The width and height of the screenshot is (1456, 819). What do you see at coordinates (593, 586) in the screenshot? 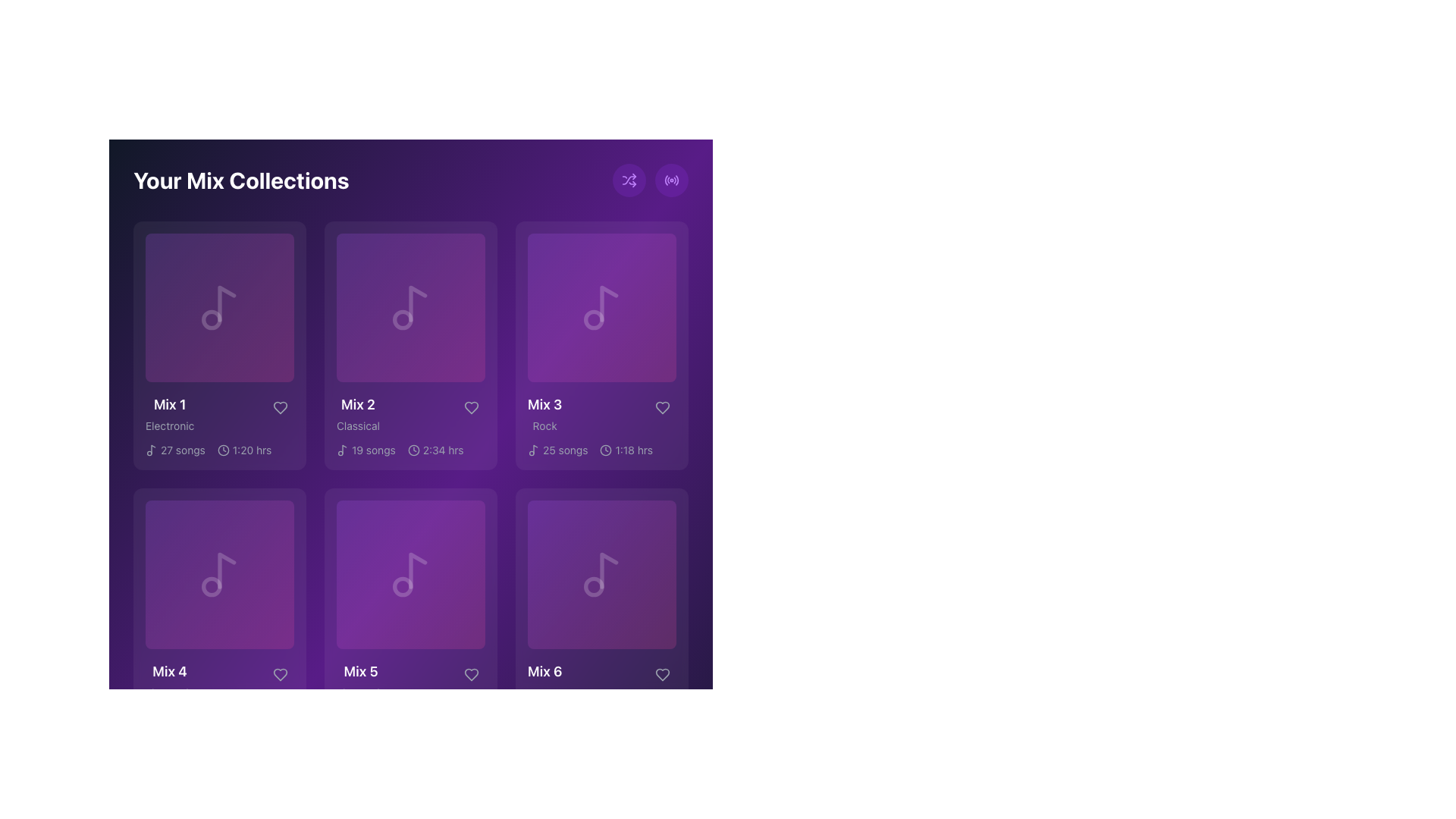
I see `the small circular graphic element located centrally within the lower segment of the music note icon in the 'Mix 6' card` at bounding box center [593, 586].